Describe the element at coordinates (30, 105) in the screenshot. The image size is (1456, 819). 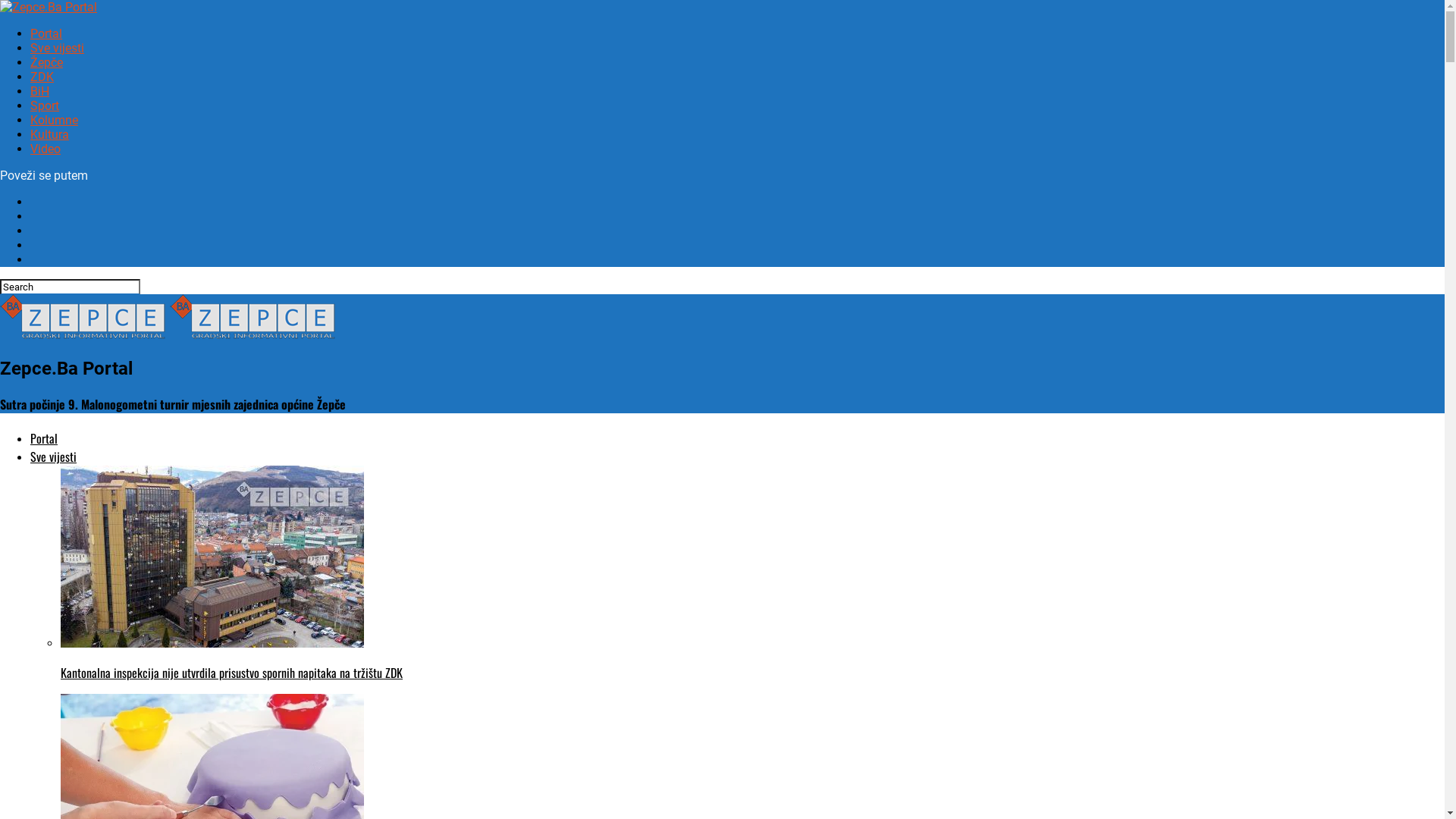
I see `'Sport'` at that location.